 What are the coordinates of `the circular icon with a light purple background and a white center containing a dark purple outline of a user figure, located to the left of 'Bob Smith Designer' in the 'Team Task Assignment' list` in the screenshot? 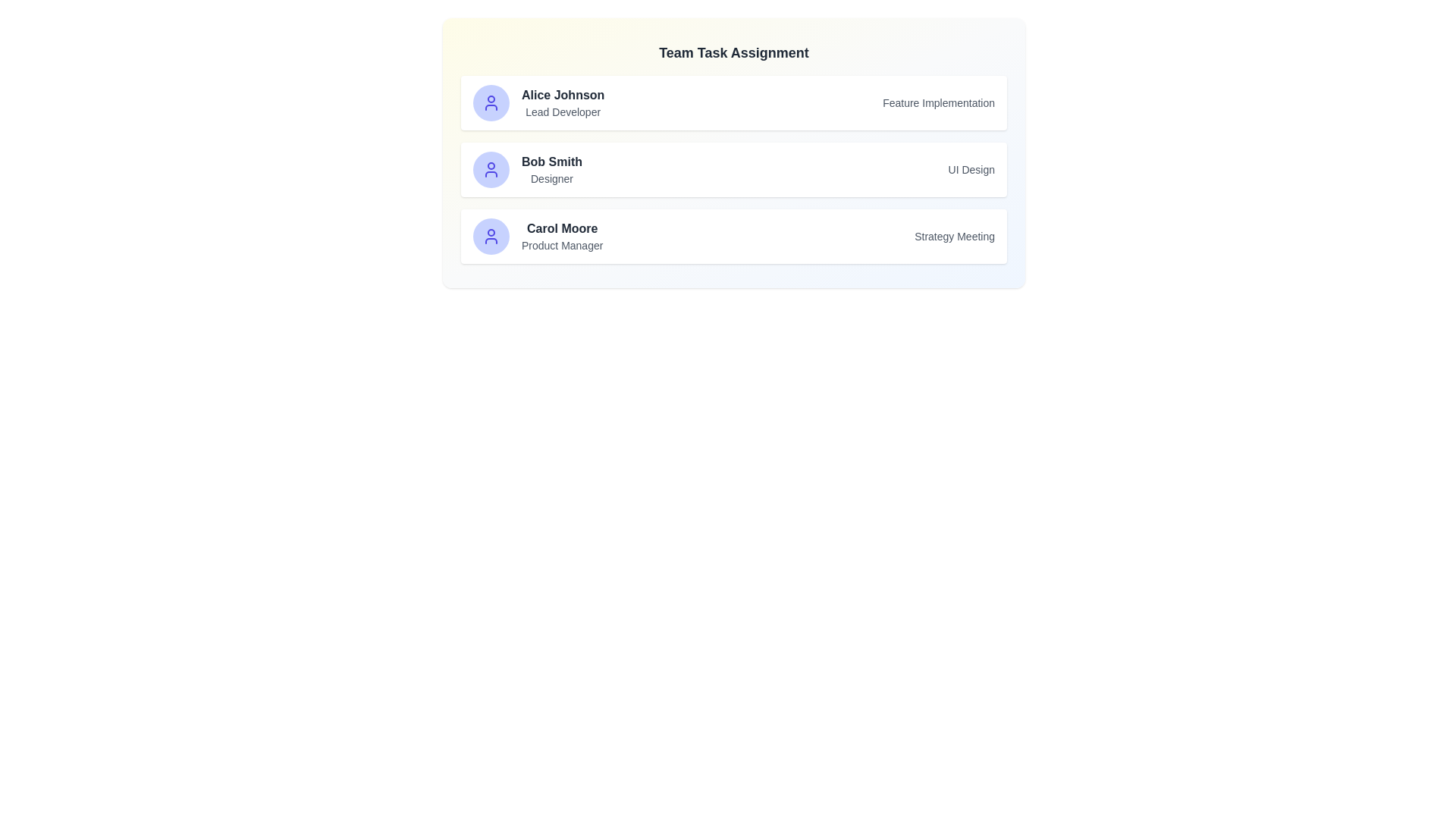 It's located at (491, 169).